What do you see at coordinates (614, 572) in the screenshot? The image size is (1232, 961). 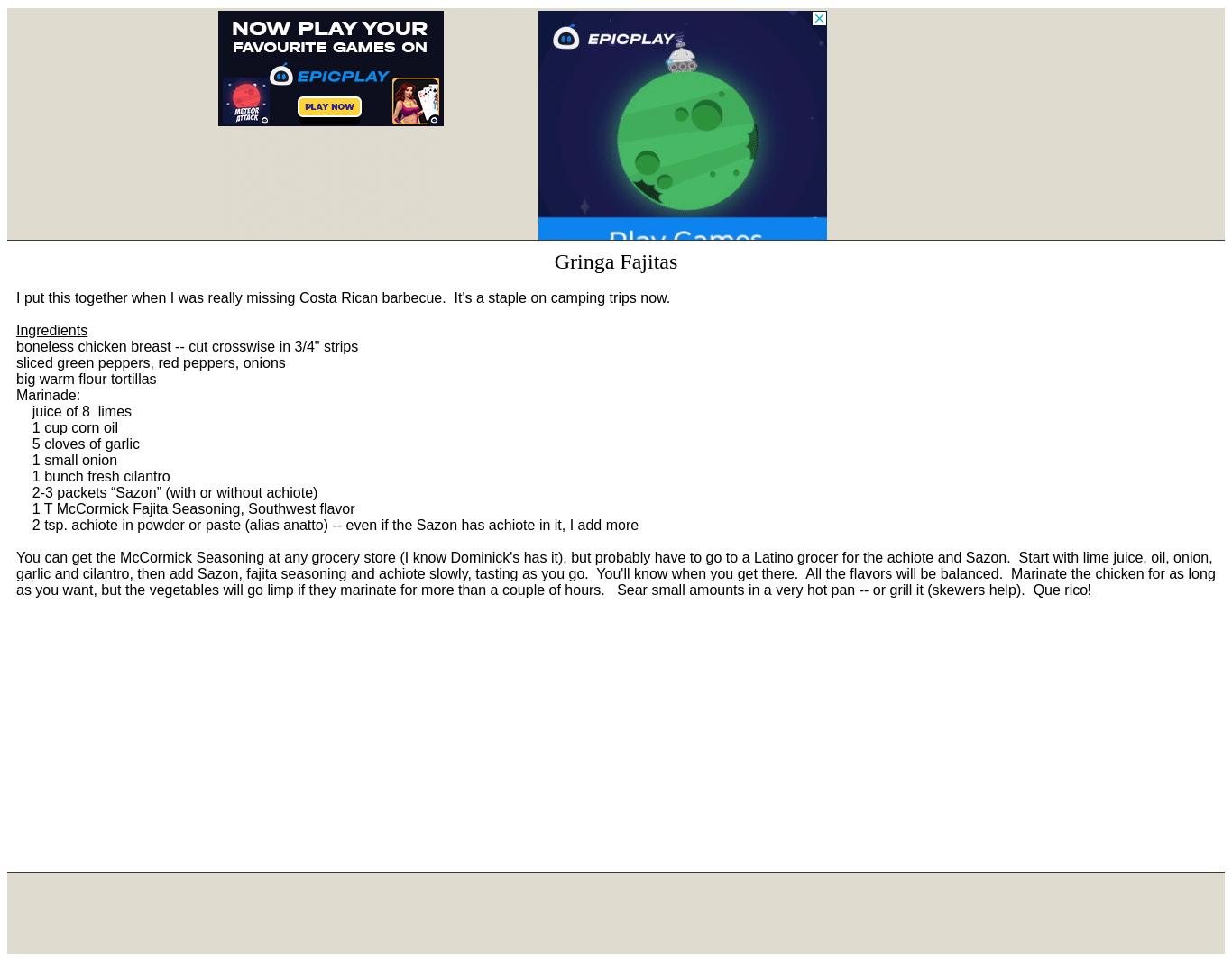 I see `'You can get the McCormick Seasoning at any grocery store (I know Dominick's has it), but probably have to go to a Latino grocer for the achiote and Sazon.  Start with lime juice, oil, onion, garlic and cilantro, then add Sazon, fajita seasoning and achiote slowly, tasting as you go.  You'll know when you get there.  All the flavors will be balanced.  Marinate the chicken for as long as you want, but the vegetables will go limp if they marinate for more than a couple of hours.   Sear small amounts in a very hot pan -- or grill it (skewers help).  Que rico!'` at bounding box center [614, 572].